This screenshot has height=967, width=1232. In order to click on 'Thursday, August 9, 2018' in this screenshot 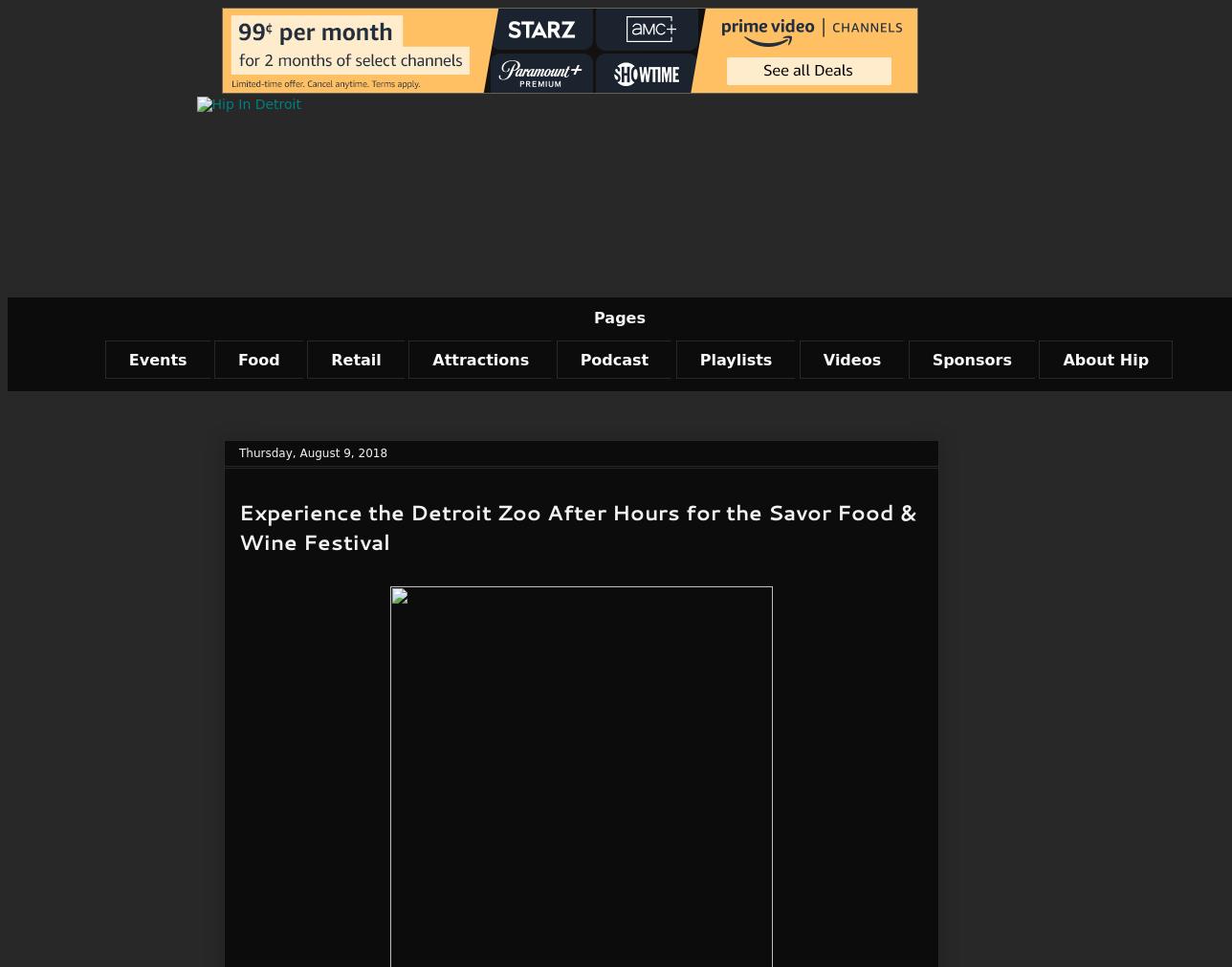, I will do `click(239, 451)`.